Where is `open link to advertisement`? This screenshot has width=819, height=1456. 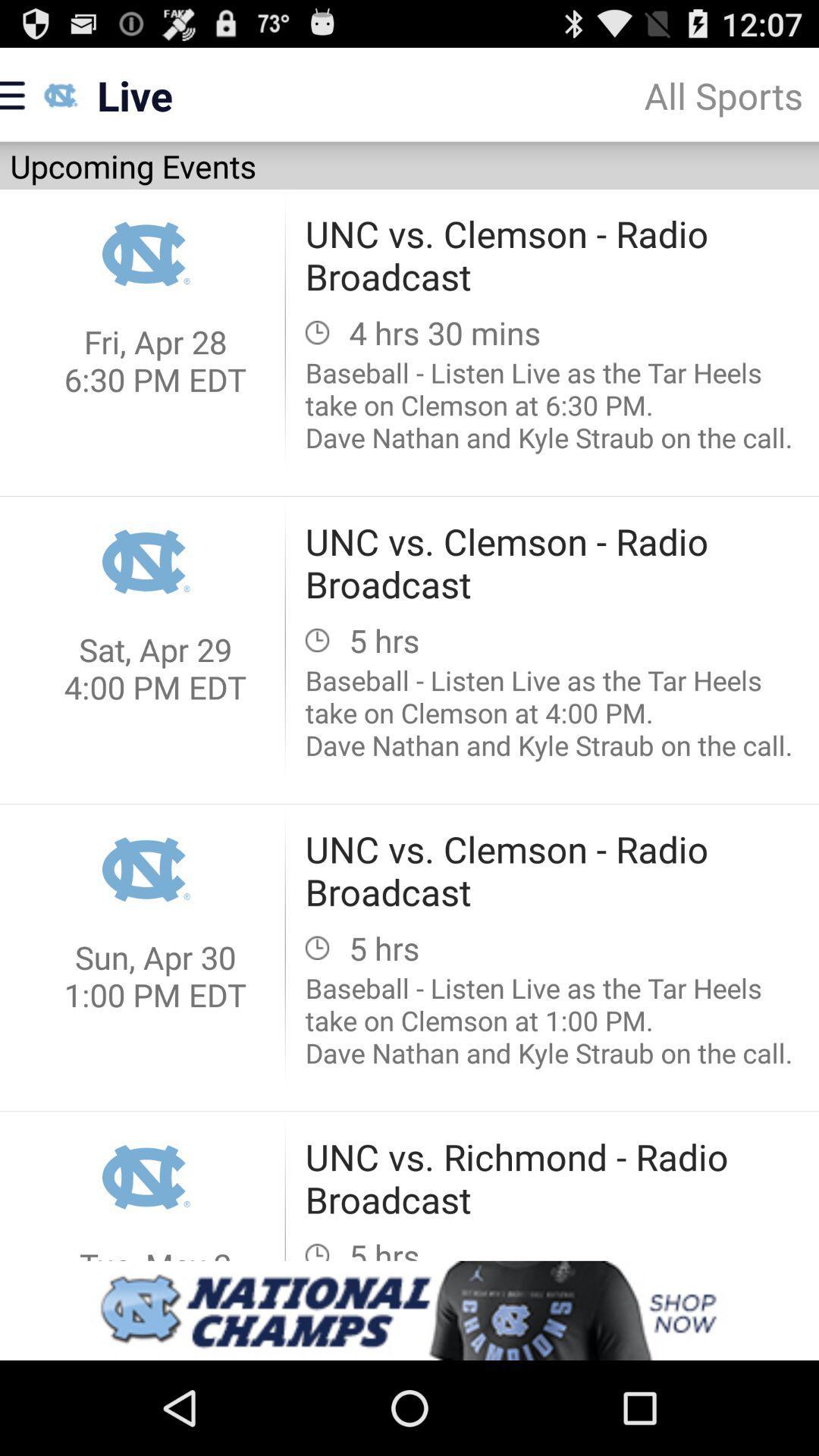
open link to advertisement is located at coordinates (409, 1310).